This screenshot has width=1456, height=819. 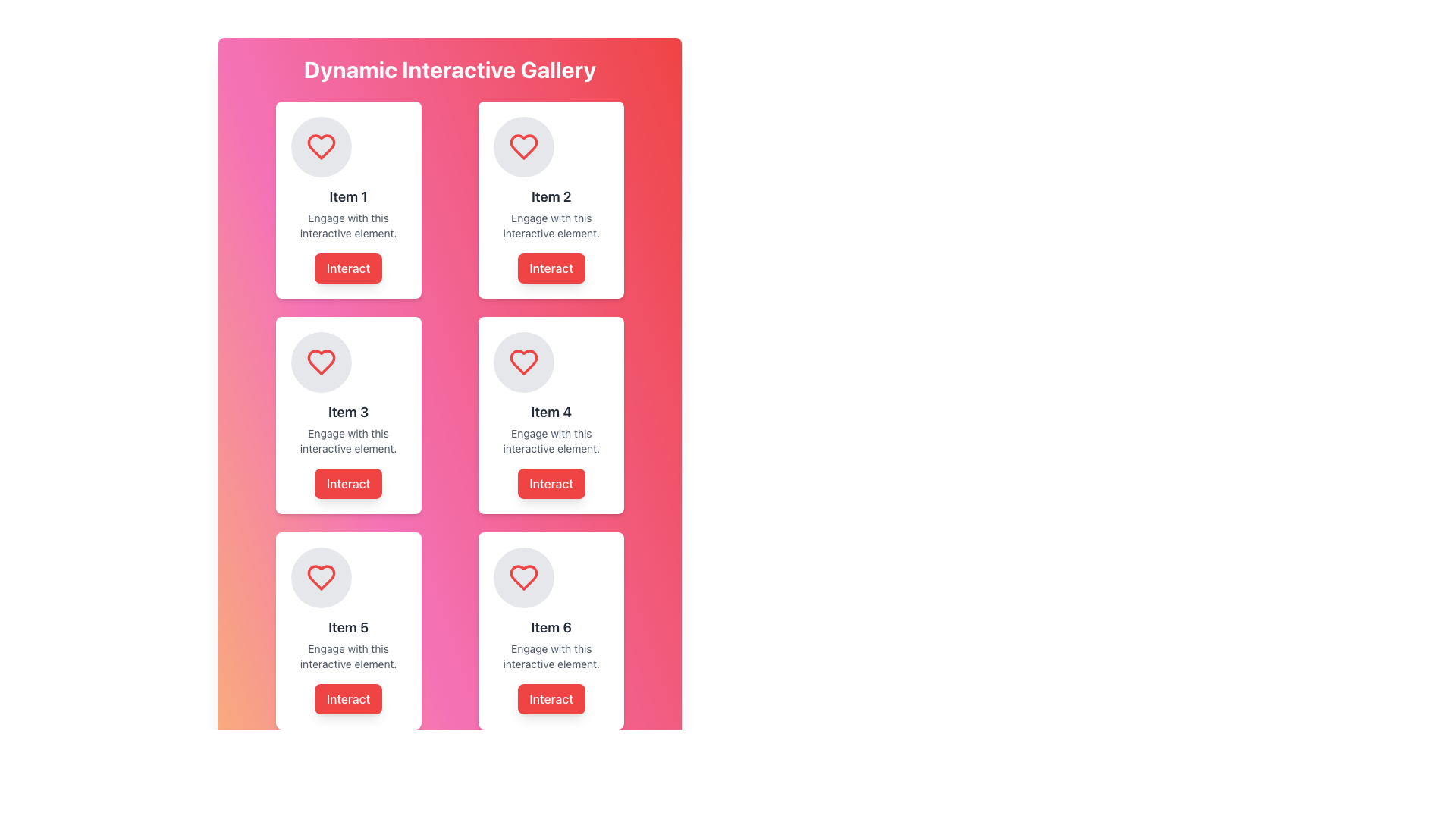 What do you see at coordinates (524, 146) in the screenshot?
I see `the decorative Icon Placeholder located at the top center of the card labeled 'Item 2', which indicates a theme of favoriting or liking` at bounding box center [524, 146].